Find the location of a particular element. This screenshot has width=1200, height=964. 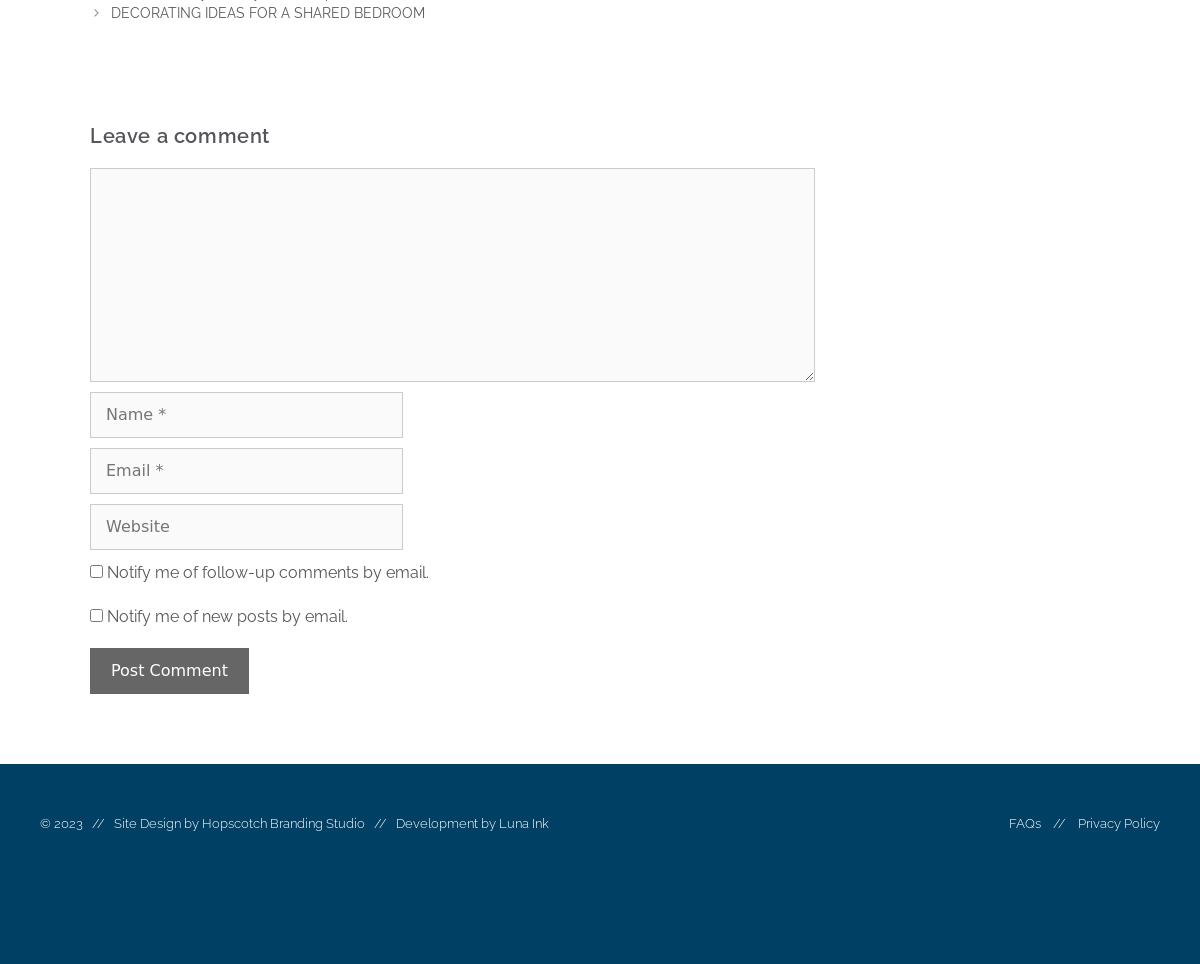

'FAQs' is located at coordinates (1023, 822).